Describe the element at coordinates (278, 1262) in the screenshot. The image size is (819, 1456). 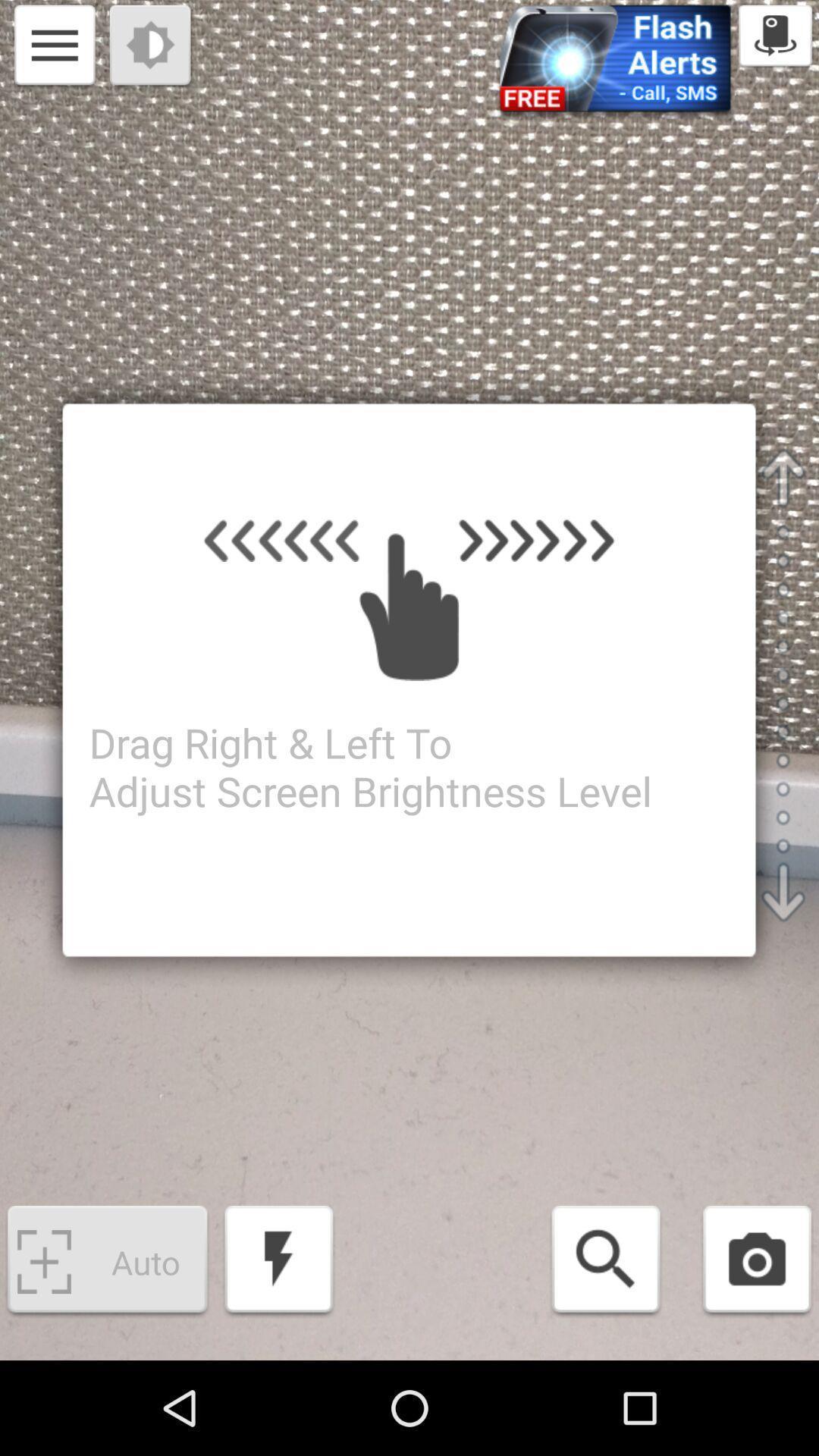
I see `icon to the right of the auto icon` at that location.